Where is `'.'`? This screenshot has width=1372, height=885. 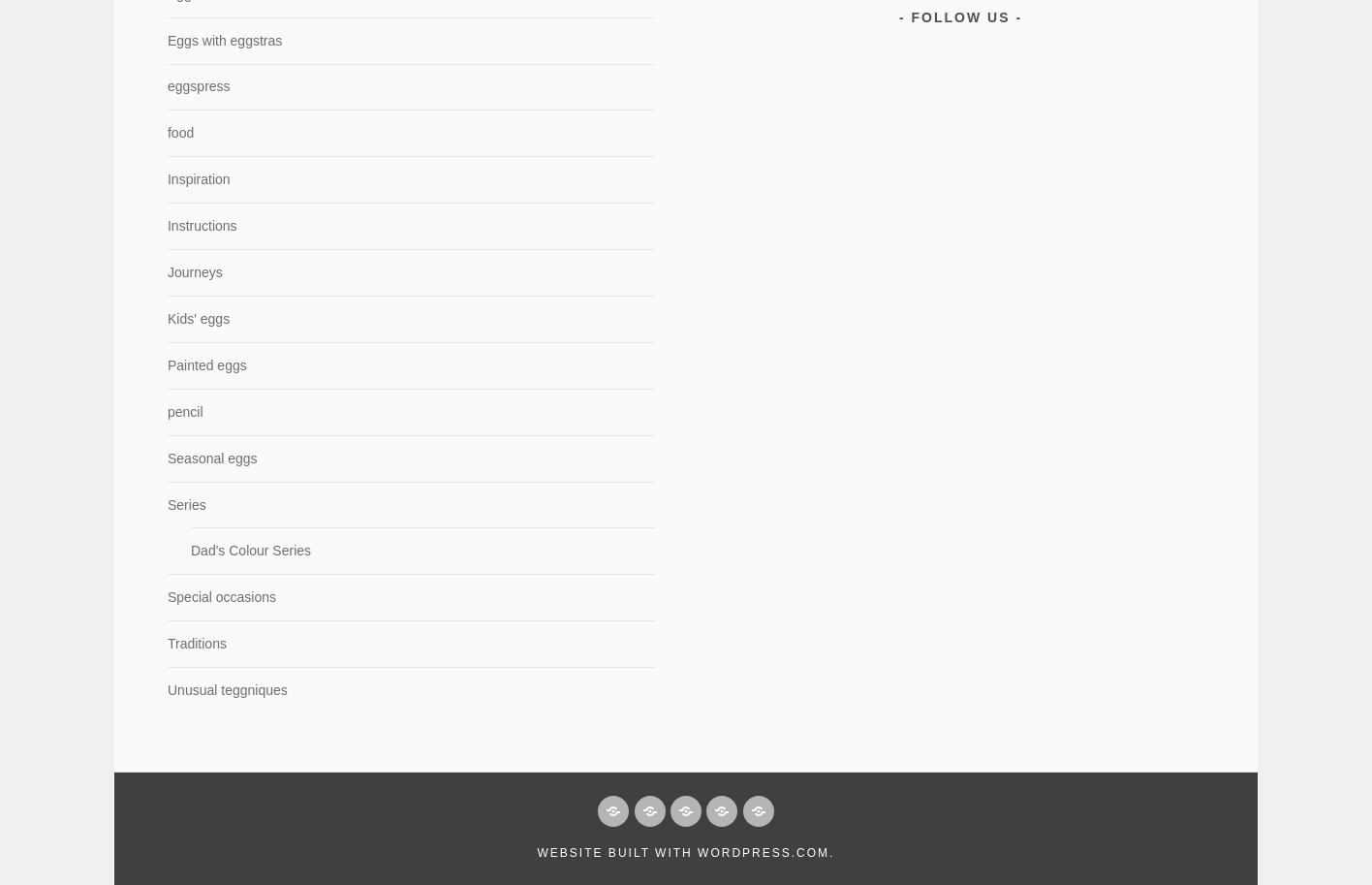
'.' is located at coordinates (831, 852).